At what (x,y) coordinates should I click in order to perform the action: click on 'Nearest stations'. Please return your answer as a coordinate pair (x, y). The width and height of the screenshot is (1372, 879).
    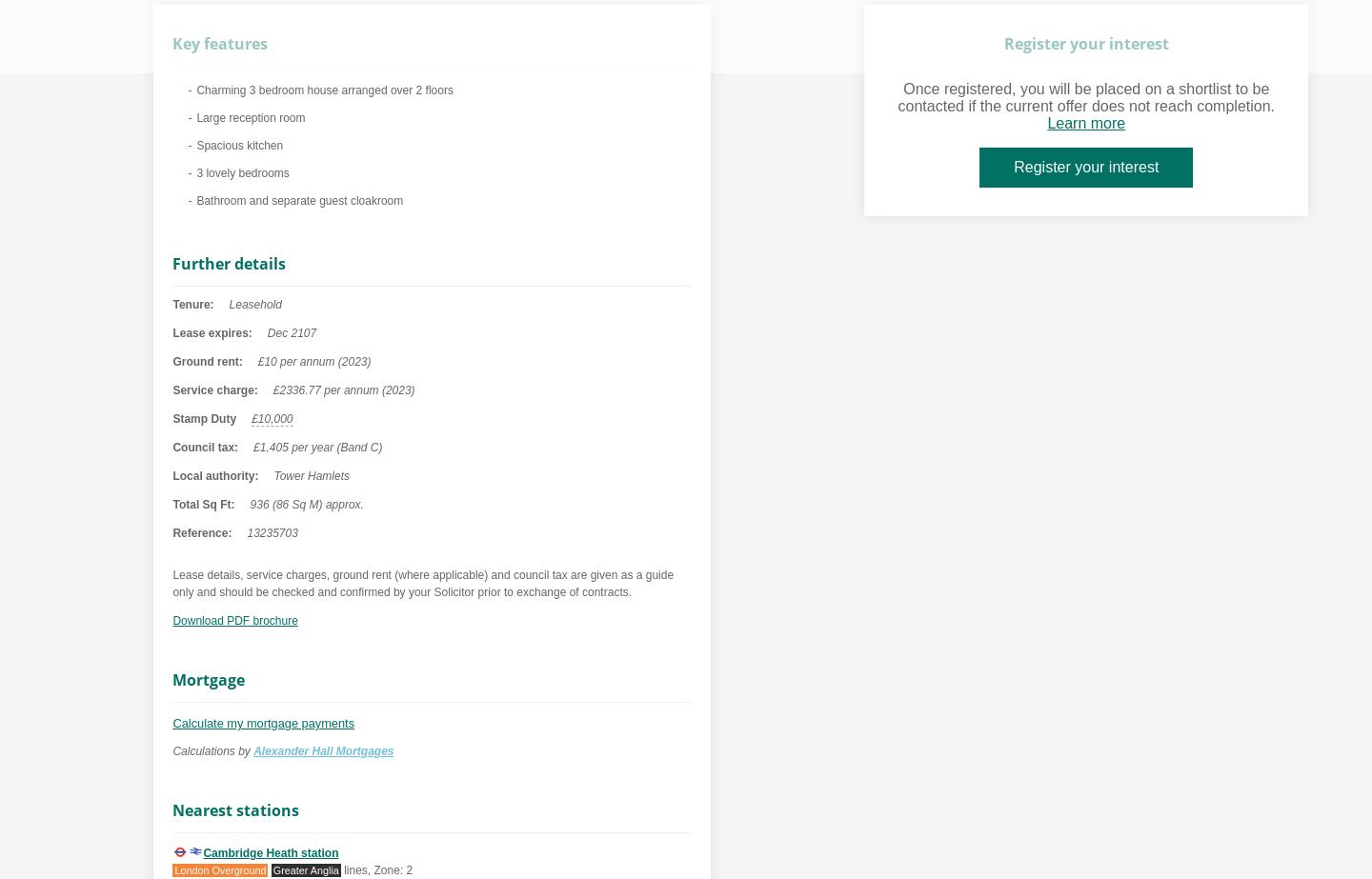
    Looking at the image, I should click on (172, 809).